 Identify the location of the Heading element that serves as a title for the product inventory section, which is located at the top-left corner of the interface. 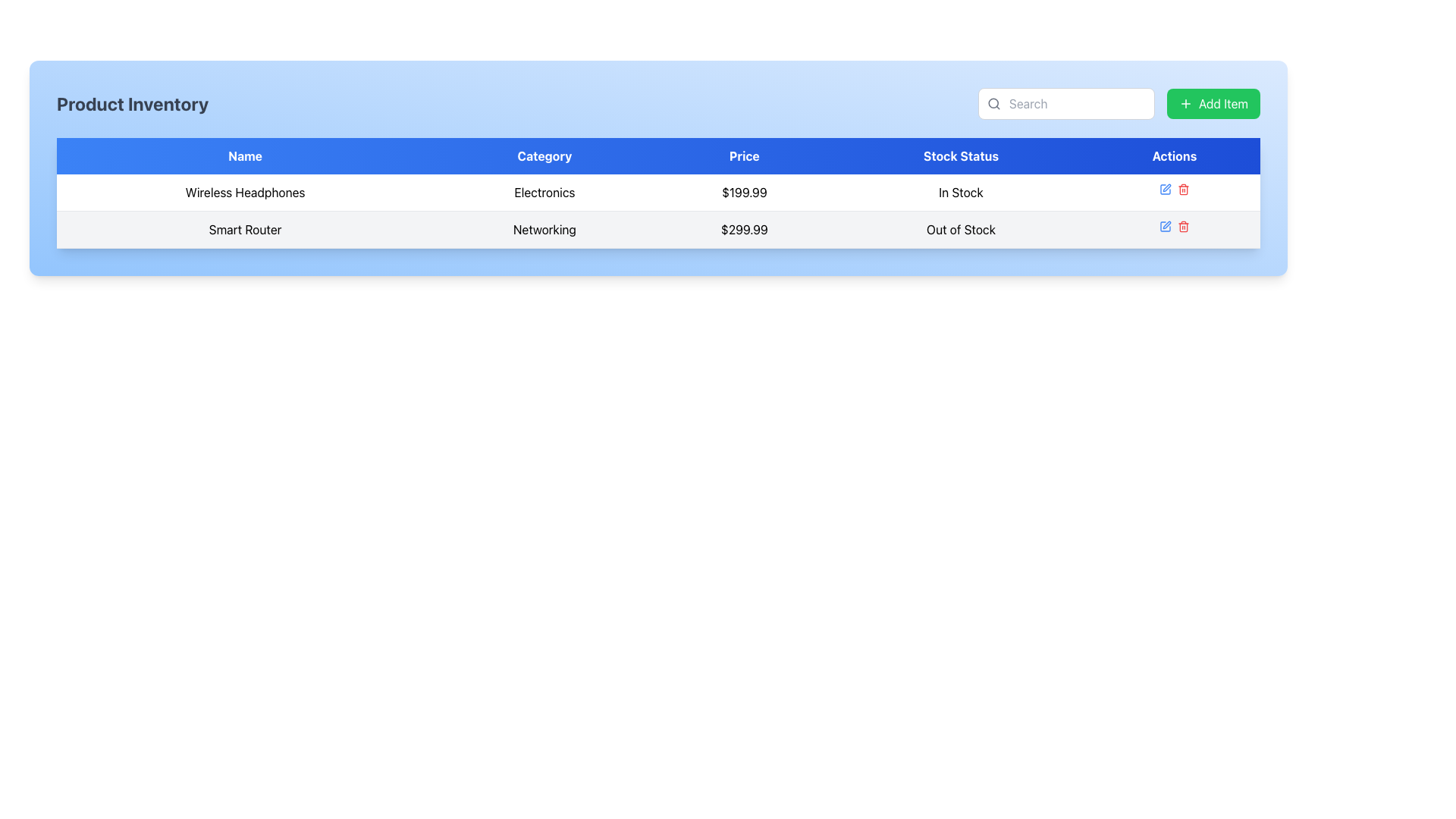
(133, 103).